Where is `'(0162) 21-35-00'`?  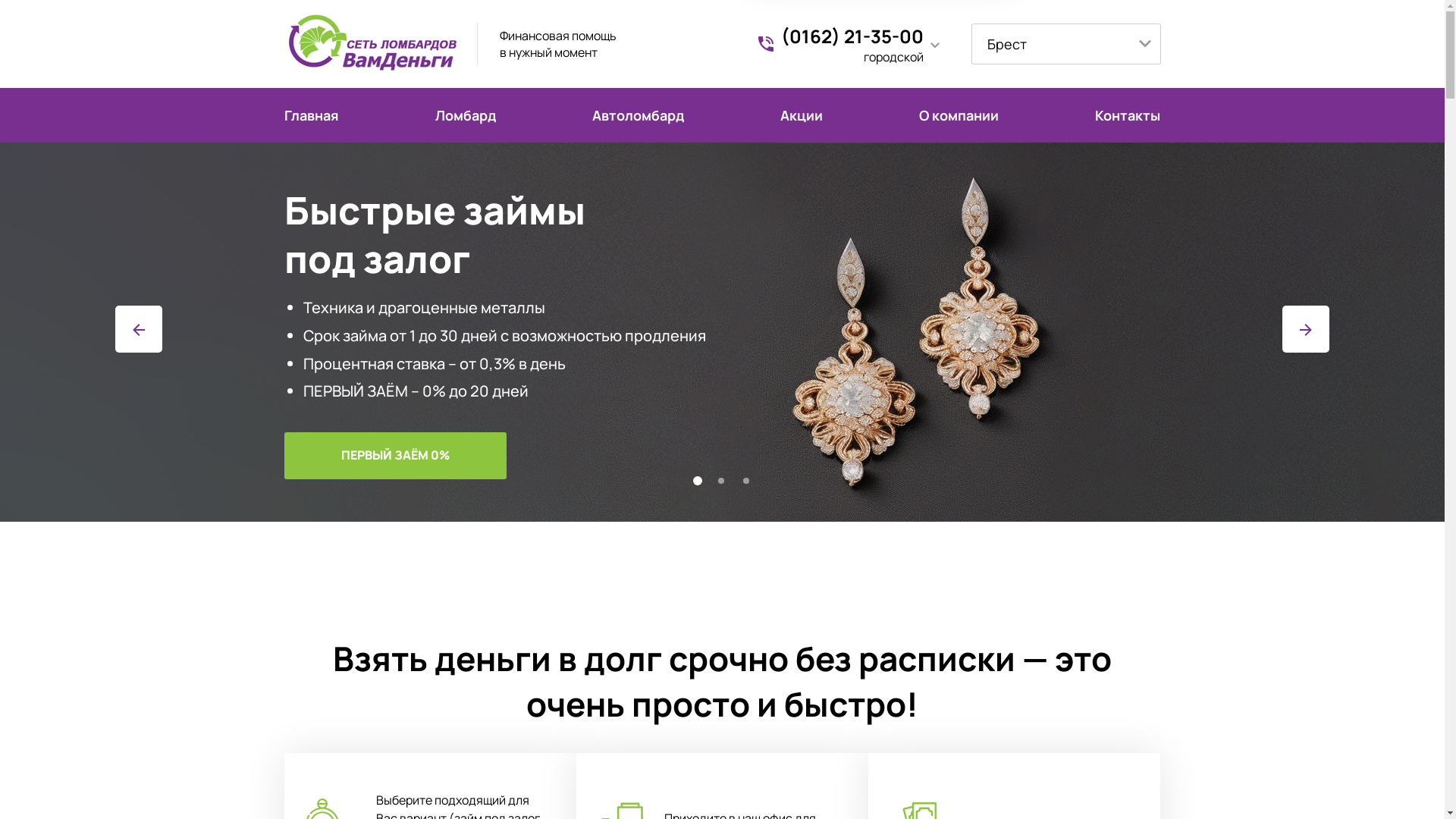 '(0162) 21-35-00' is located at coordinates (852, 34).